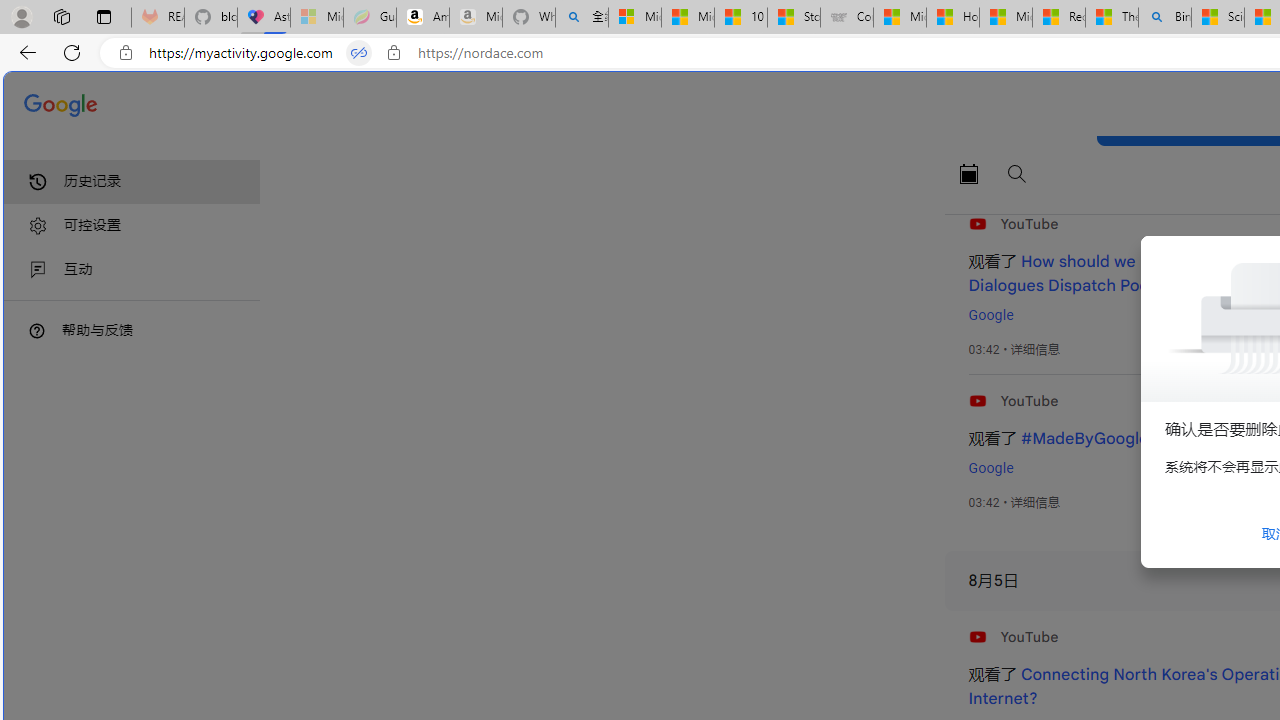 The image size is (1280, 720). Describe the element at coordinates (38, 270) in the screenshot. I see `'Class: i2GIId'` at that location.